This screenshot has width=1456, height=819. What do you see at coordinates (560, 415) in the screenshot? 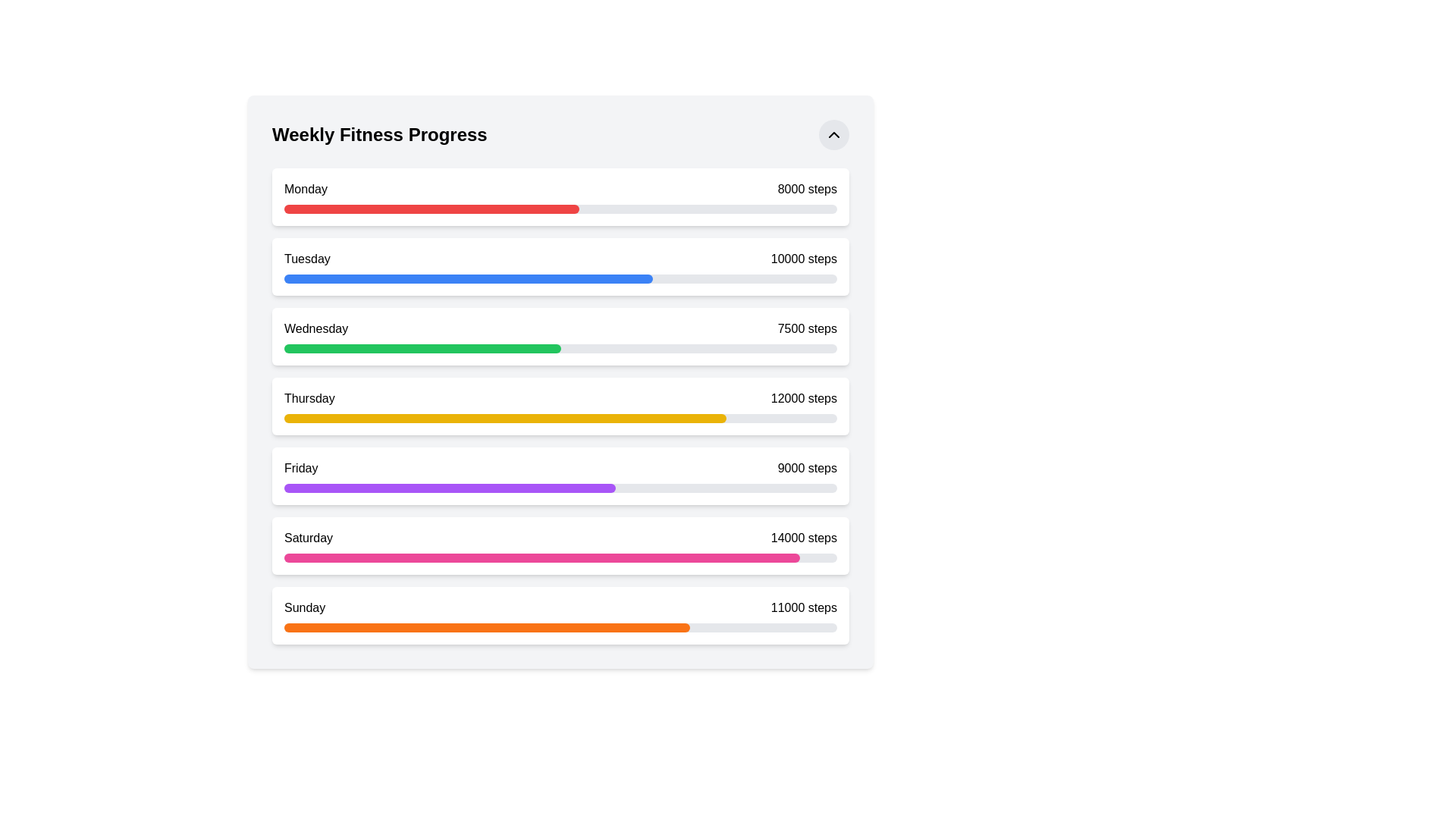
I see `the progress bar indicating 80% completion within the card labeled 'Thursday - 12000 steps', positioned second from the bottom` at bounding box center [560, 415].